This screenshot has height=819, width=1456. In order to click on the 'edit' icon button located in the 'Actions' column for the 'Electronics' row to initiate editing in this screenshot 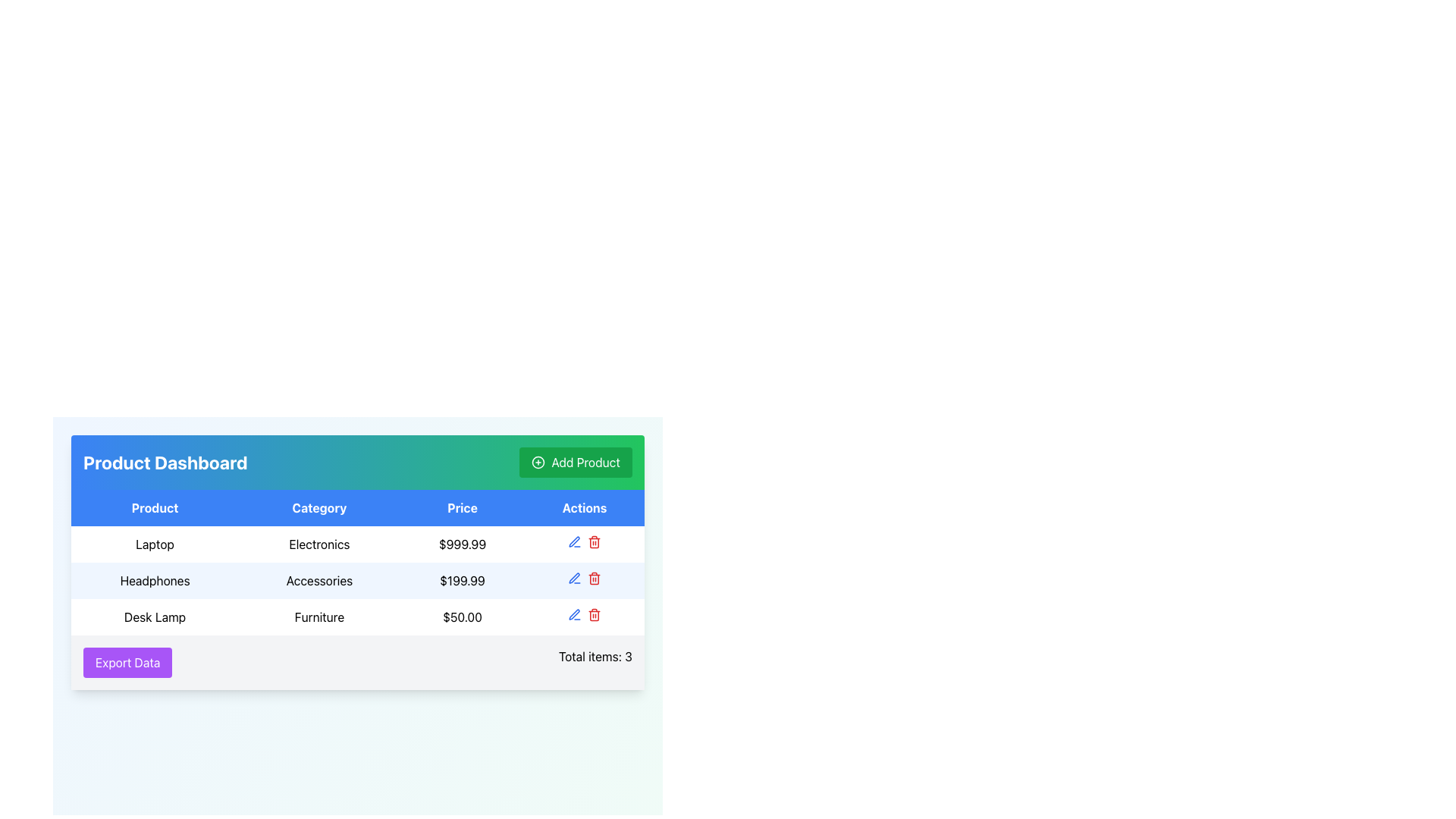, I will do `click(574, 541)`.